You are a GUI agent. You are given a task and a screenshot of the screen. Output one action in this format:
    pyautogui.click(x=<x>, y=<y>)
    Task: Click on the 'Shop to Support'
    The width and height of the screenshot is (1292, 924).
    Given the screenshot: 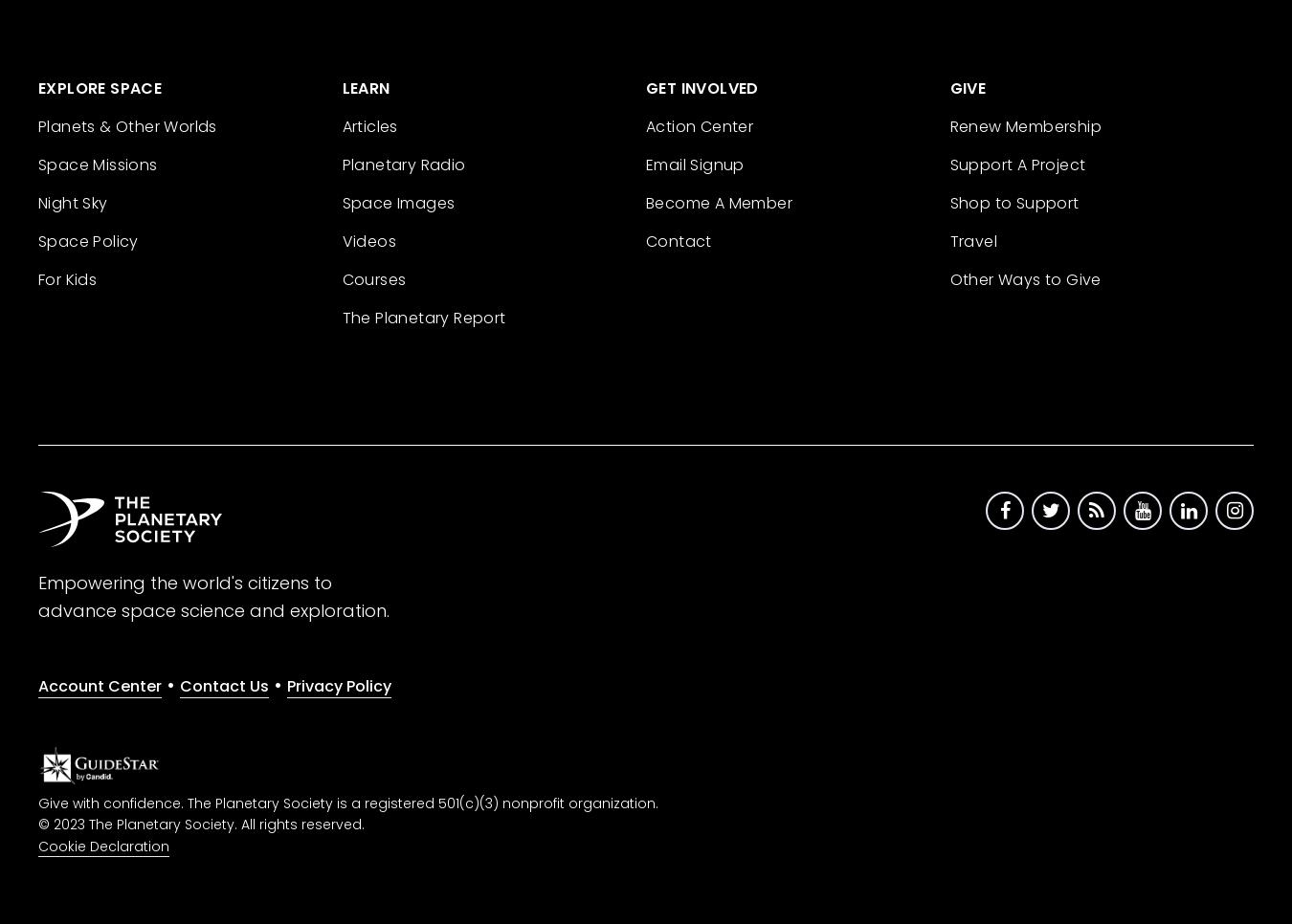 What is the action you would take?
    pyautogui.click(x=1014, y=201)
    